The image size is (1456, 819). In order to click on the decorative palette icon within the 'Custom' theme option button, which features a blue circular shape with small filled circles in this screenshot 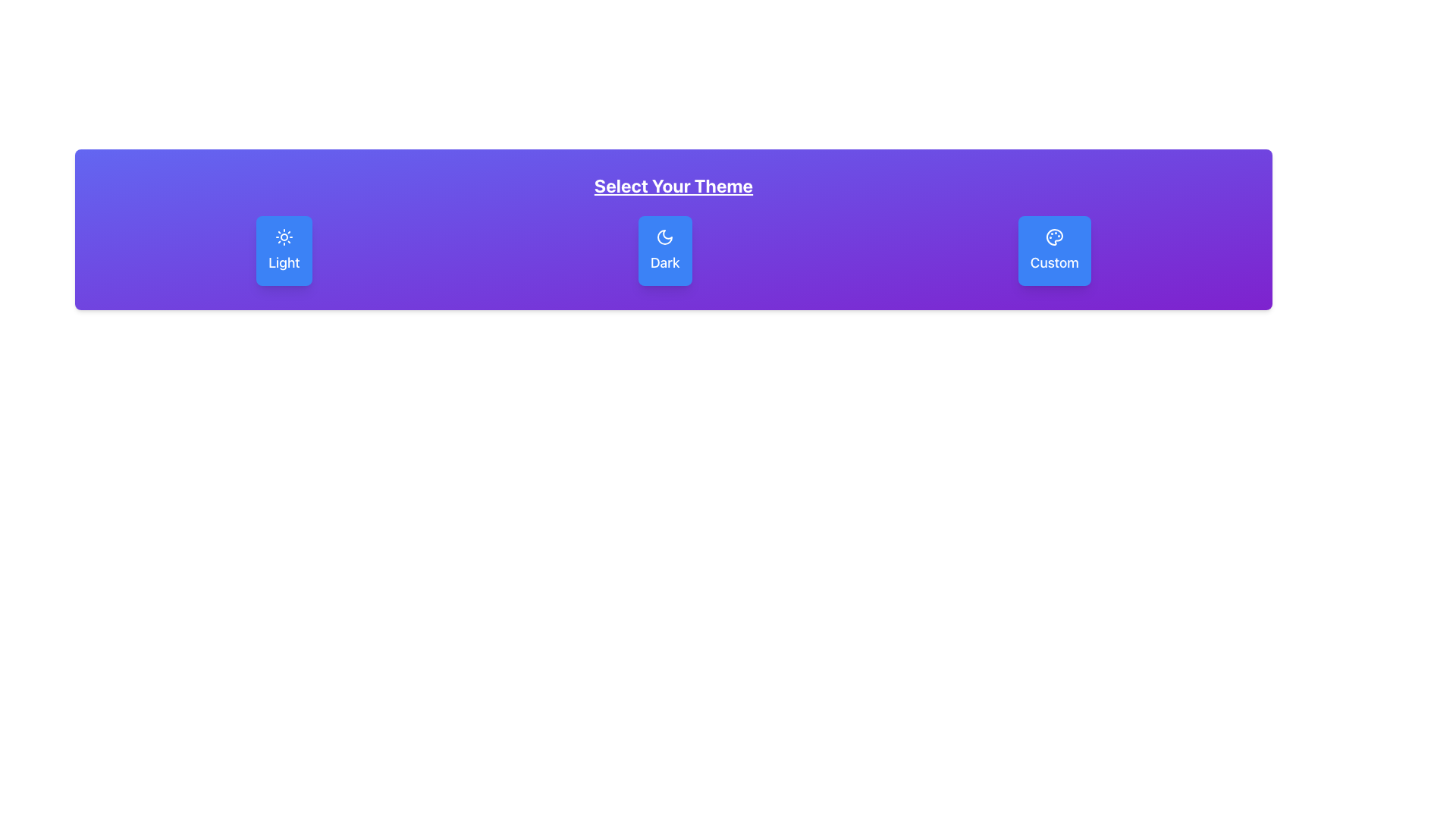, I will do `click(1053, 237)`.